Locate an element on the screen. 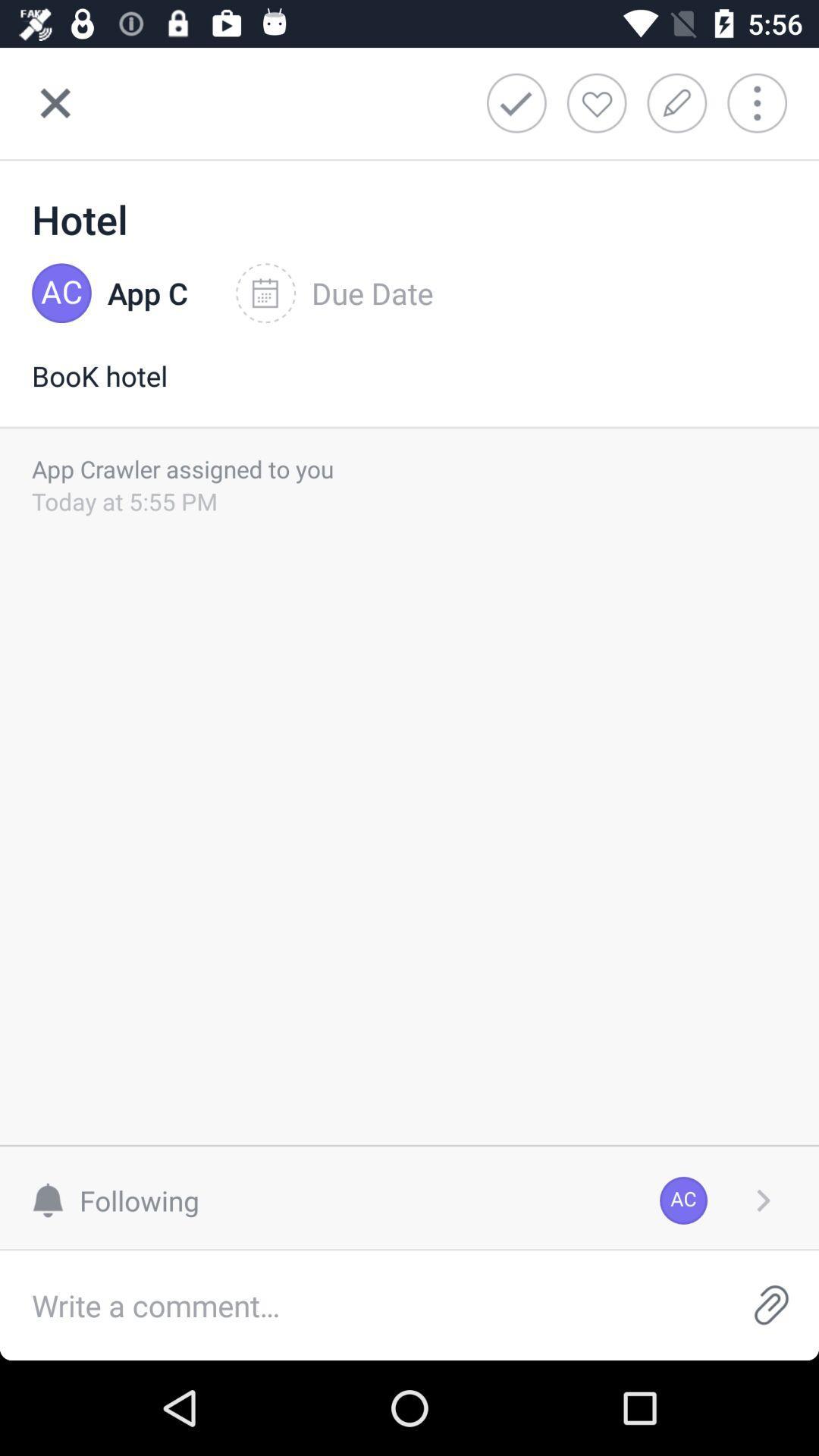  the icon next to app c item is located at coordinates (334, 293).